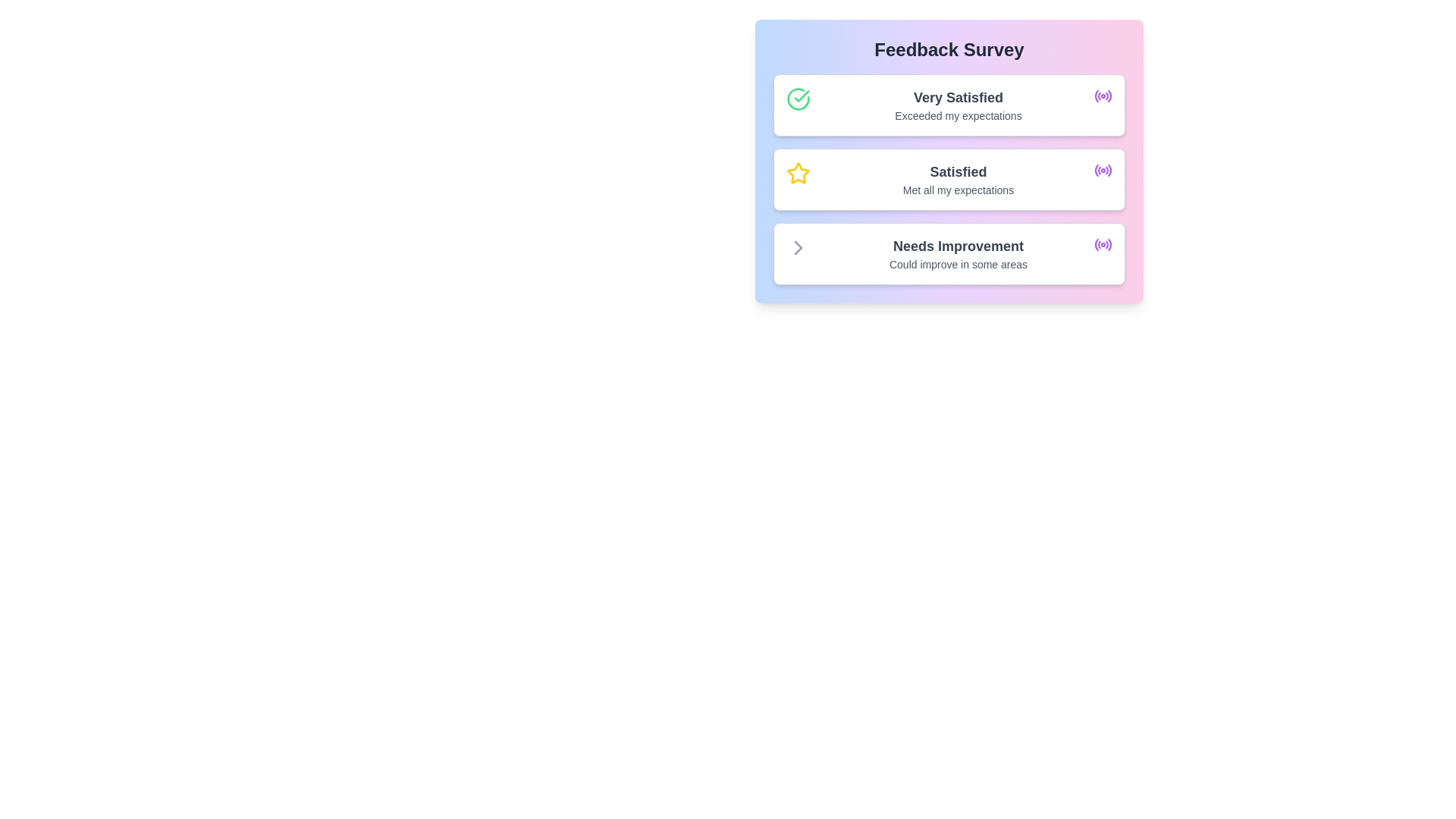 The image size is (1456, 819). I want to click on the star icon on the left of the 'Satisfied' option in the feedback survey, so click(797, 172).